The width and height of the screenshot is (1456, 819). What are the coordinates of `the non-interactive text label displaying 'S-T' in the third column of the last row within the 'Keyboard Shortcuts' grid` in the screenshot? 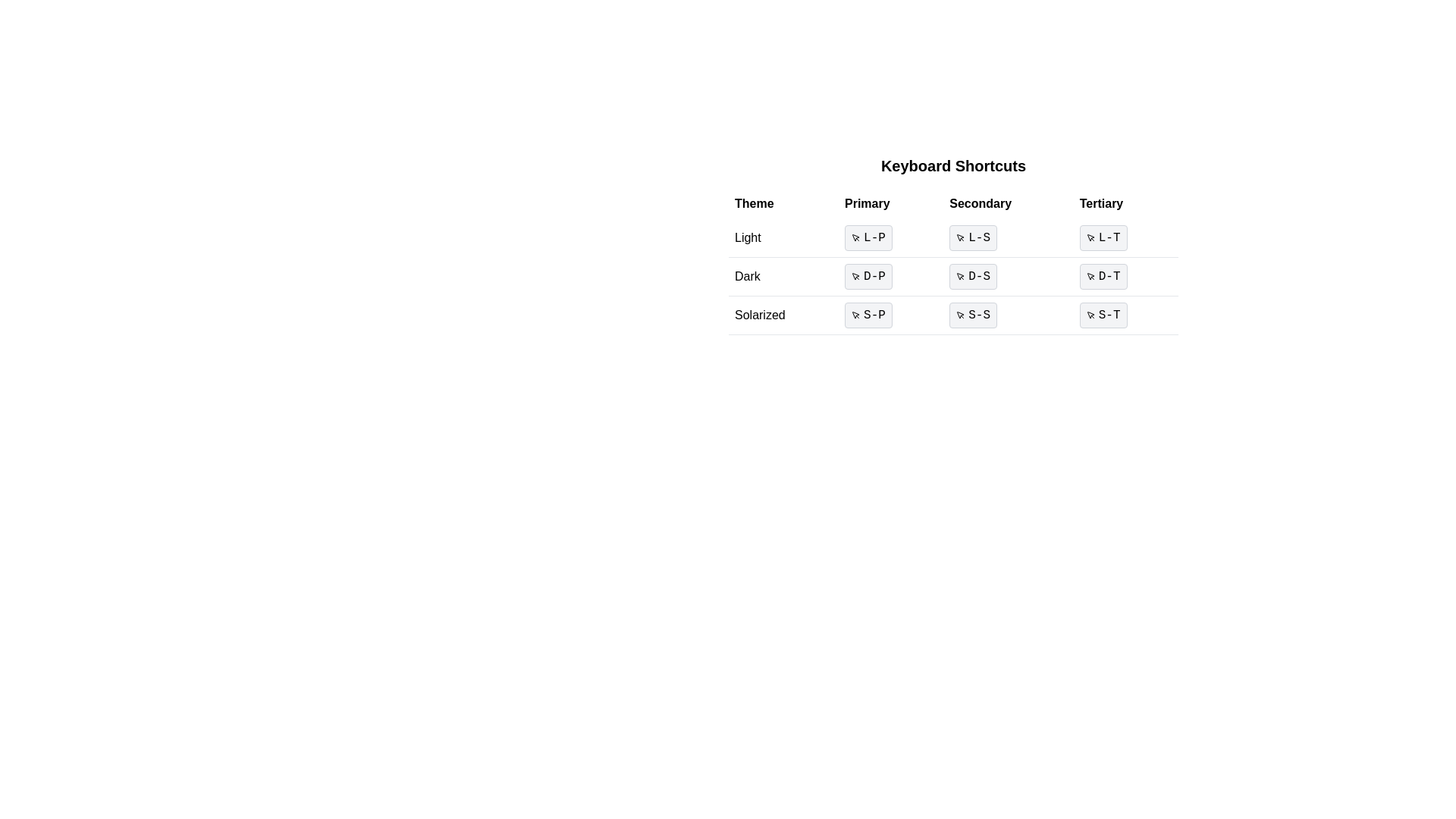 It's located at (1109, 315).